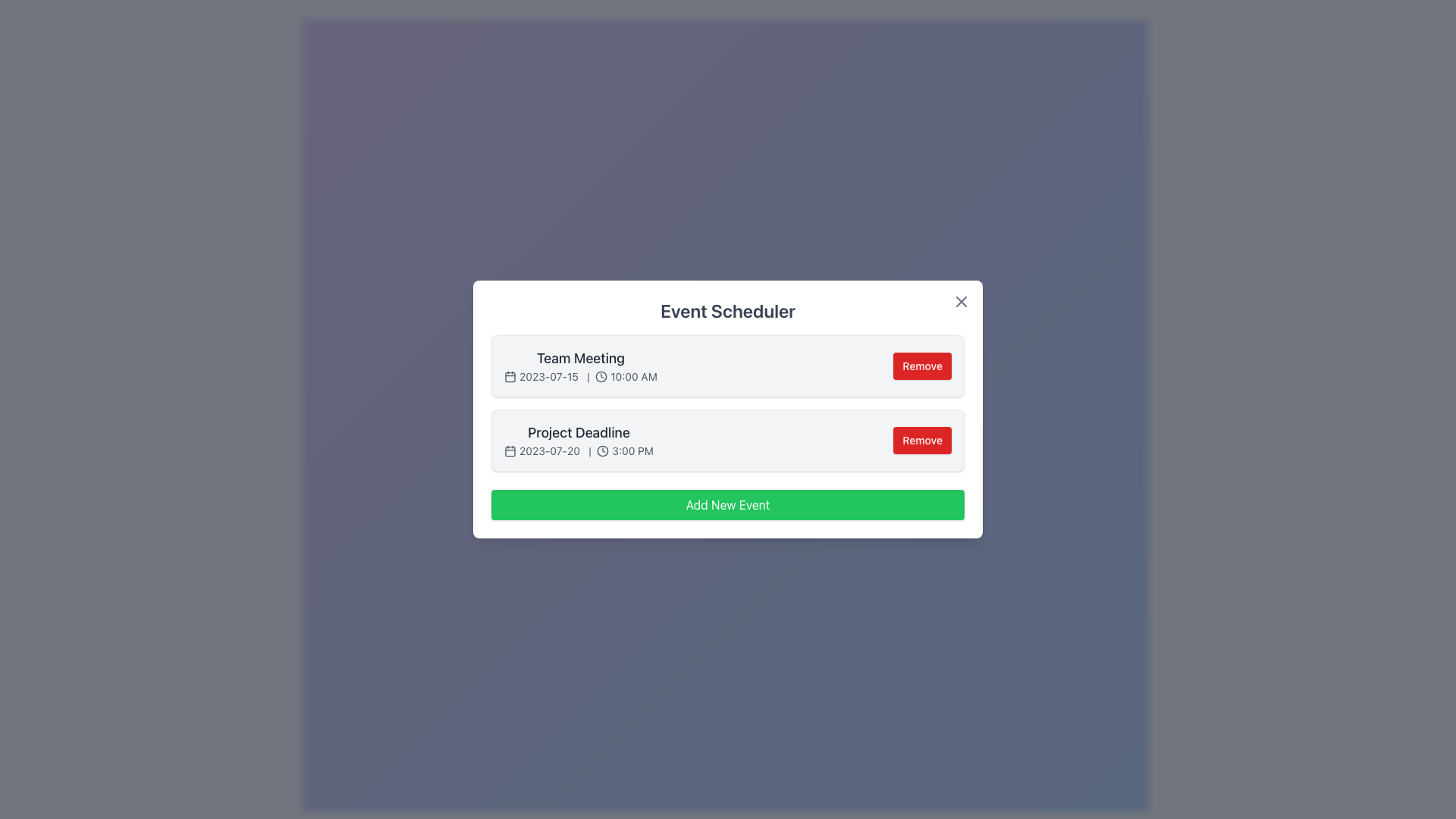 The image size is (1456, 819). I want to click on the button to remove the event labeled 'Project Deadline' from the schedule, positioned in the bottom row of the modal dialog, so click(921, 441).